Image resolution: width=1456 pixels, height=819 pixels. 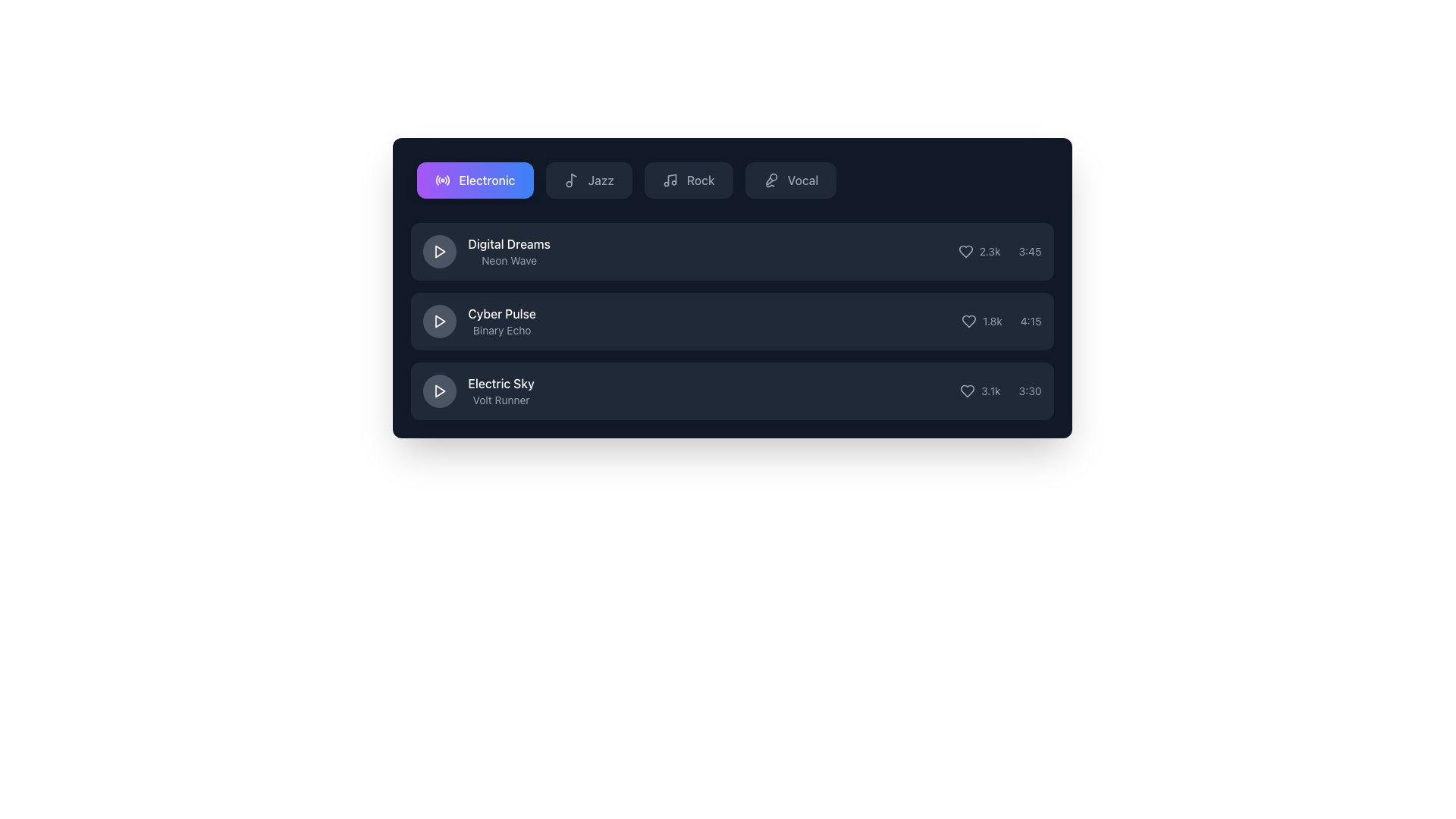 What do you see at coordinates (438, 391) in the screenshot?
I see `the play button located to the left of the song title 'Electric Sky'` at bounding box center [438, 391].